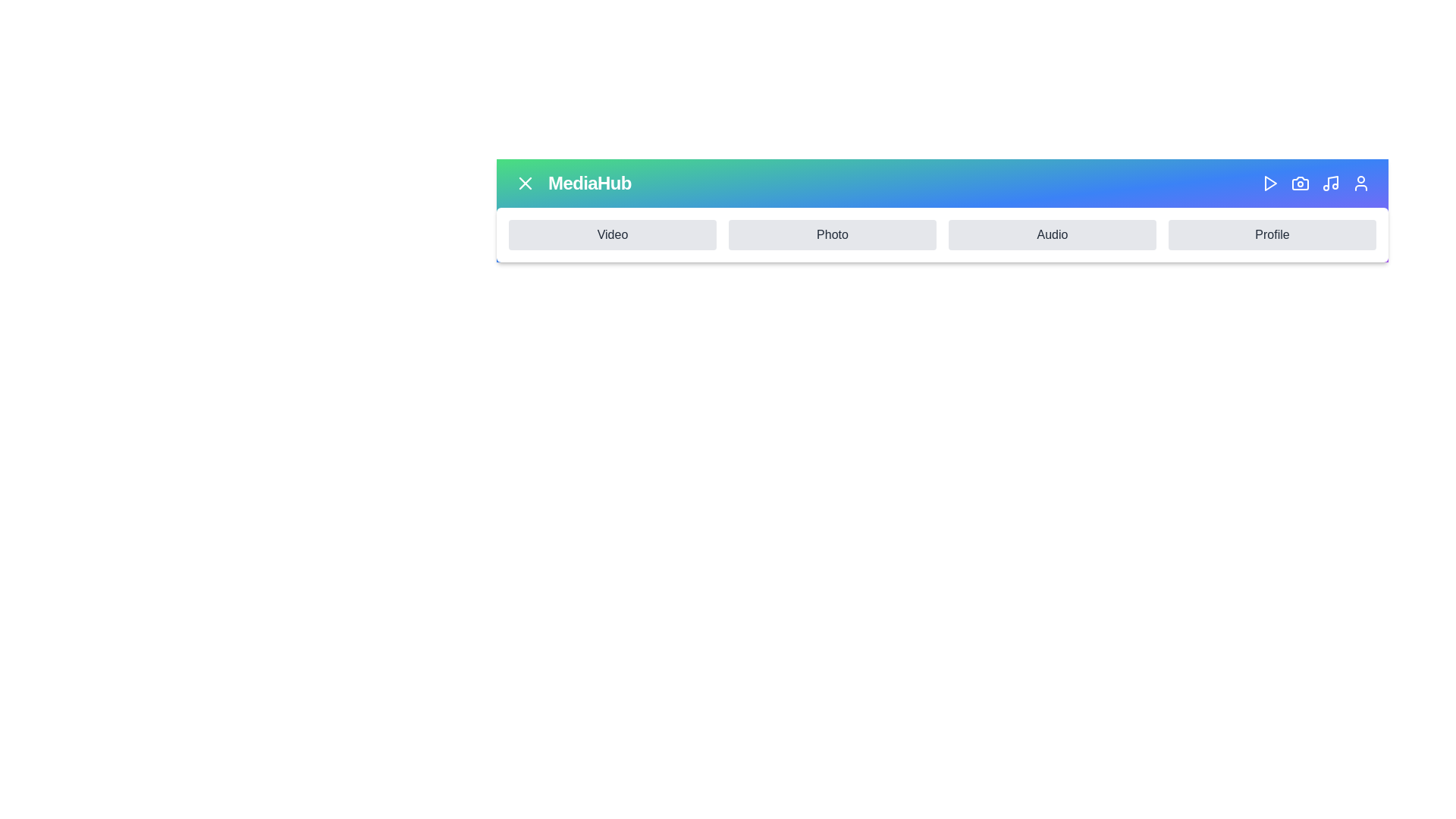 Image resolution: width=1456 pixels, height=819 pixels. What do you see at coordinates (832, 234) in the screenshot?
I see `the navigation item Photo by clicking on its respective button` at bounding box center [832, 234].